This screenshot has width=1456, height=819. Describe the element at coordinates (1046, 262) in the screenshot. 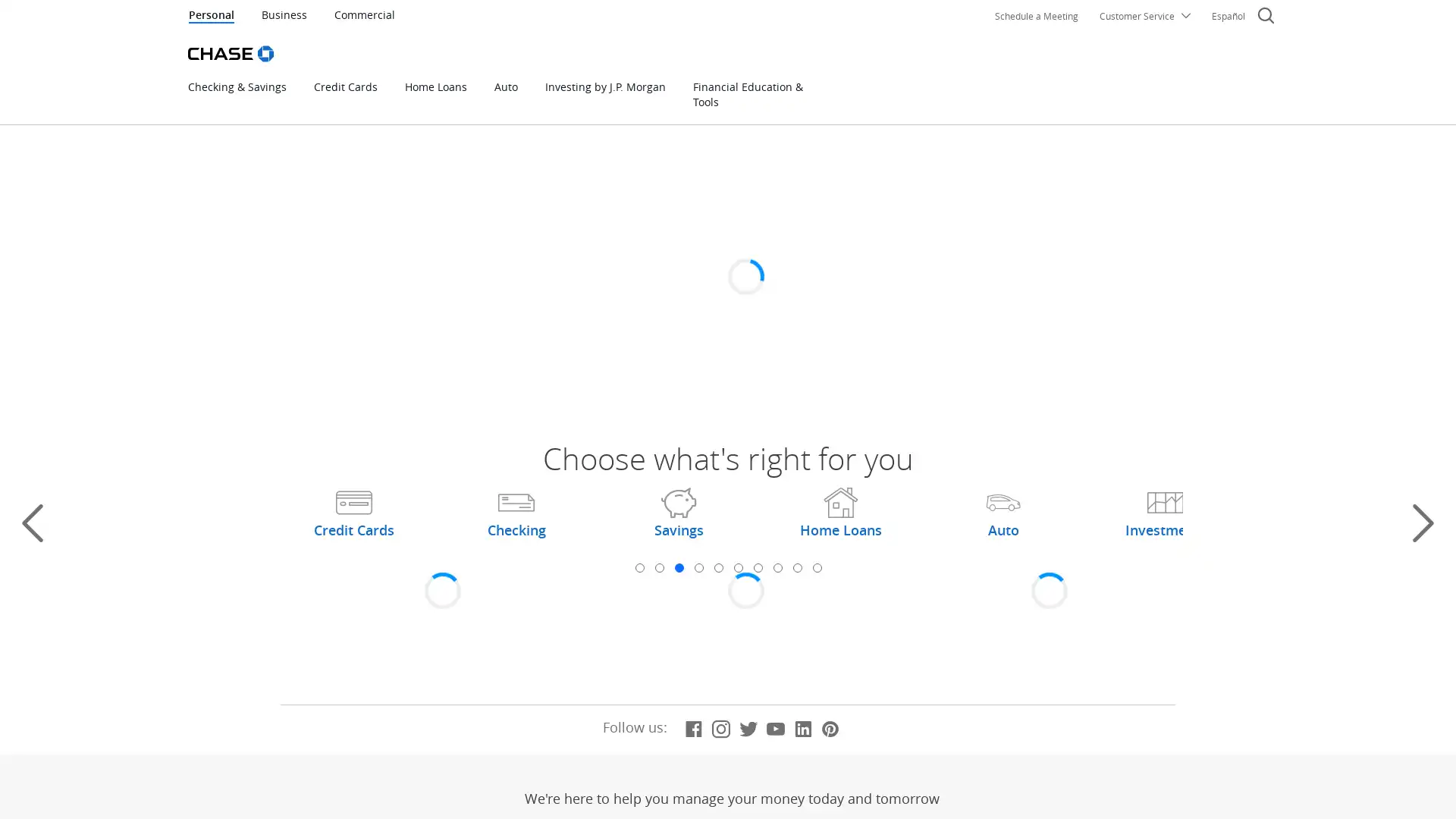

I see `Sign in` at that location.